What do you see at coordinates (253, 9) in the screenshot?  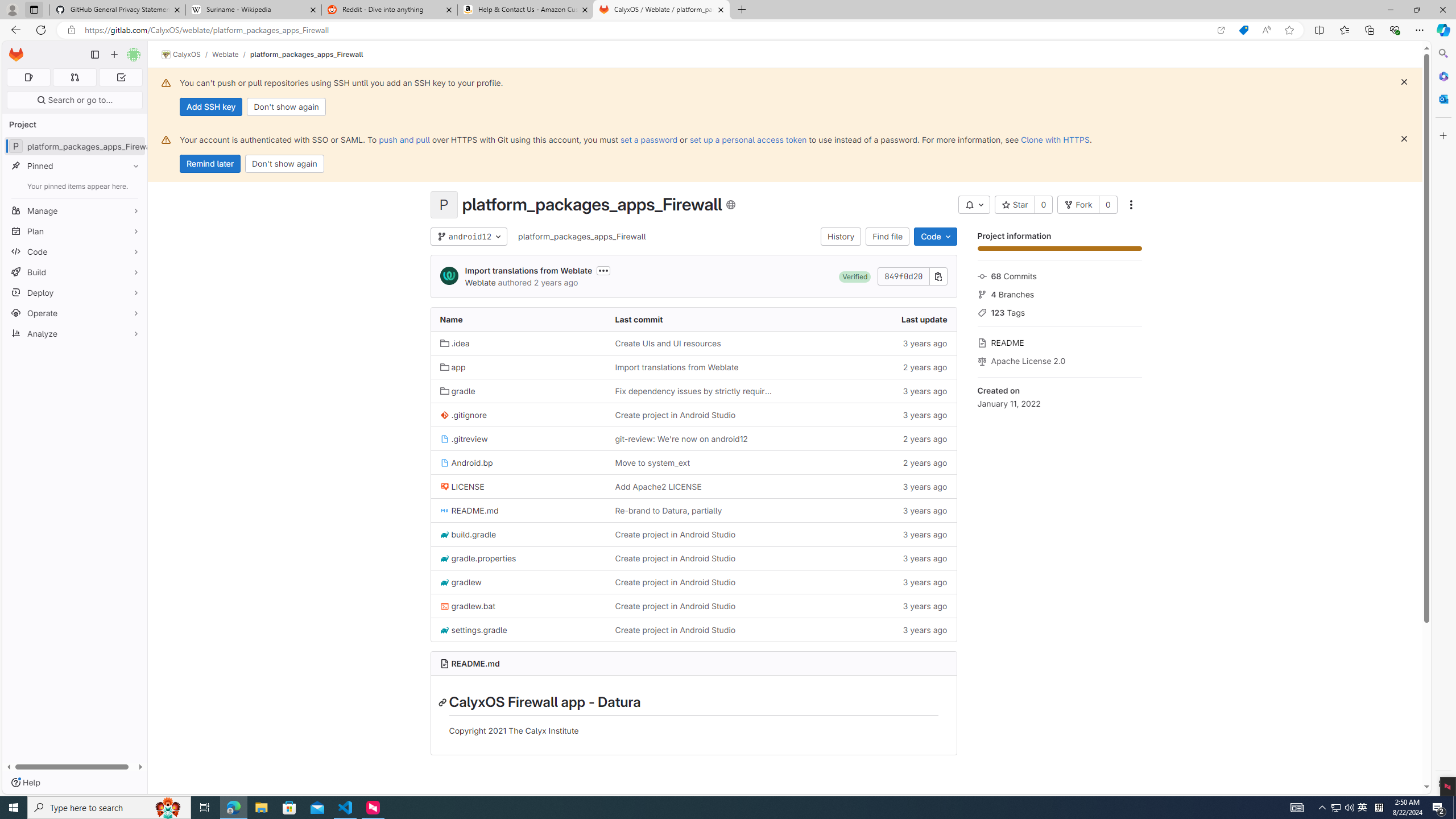 I see `'Suriname - Wikipedia'` at bounding box center [253, 9].